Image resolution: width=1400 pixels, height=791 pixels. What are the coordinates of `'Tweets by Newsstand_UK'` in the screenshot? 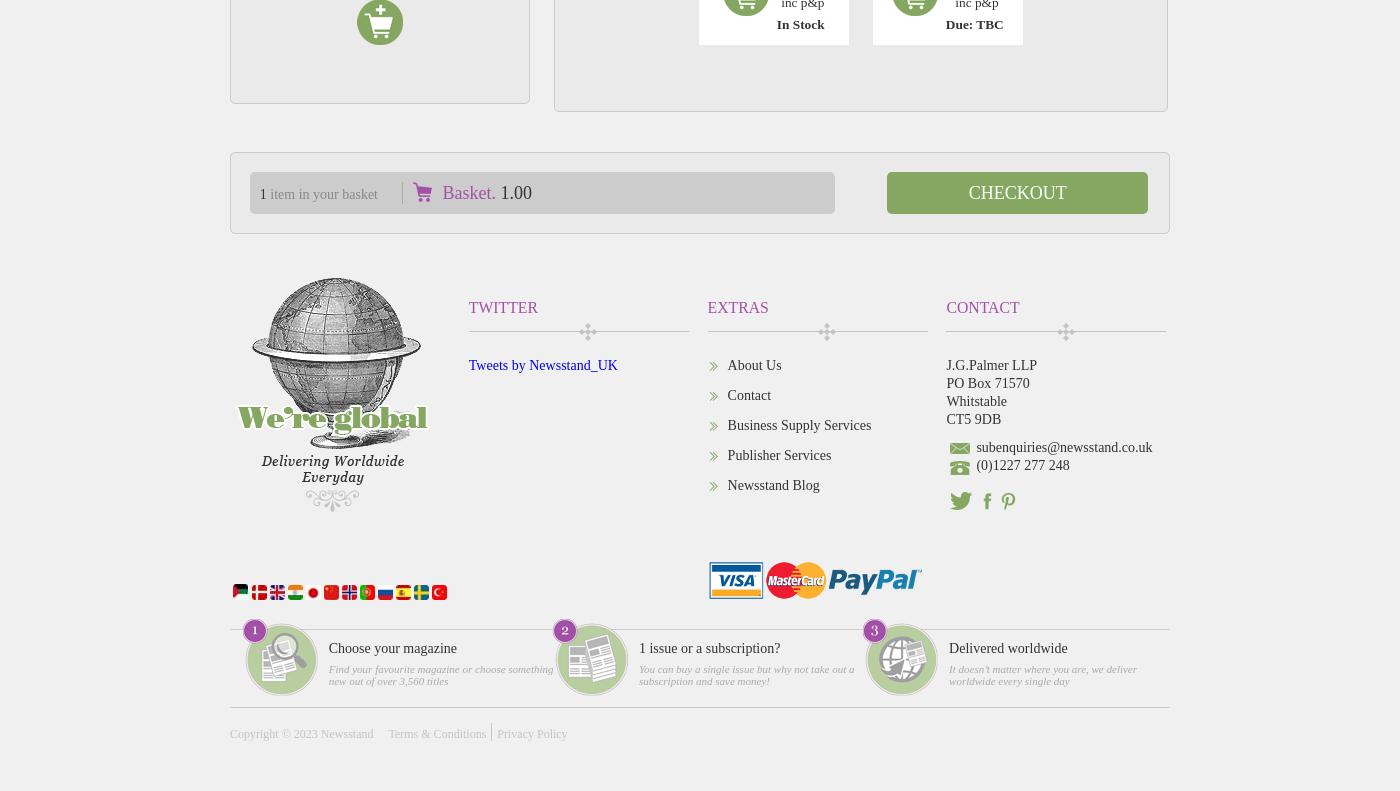 It's located at (542, 363).